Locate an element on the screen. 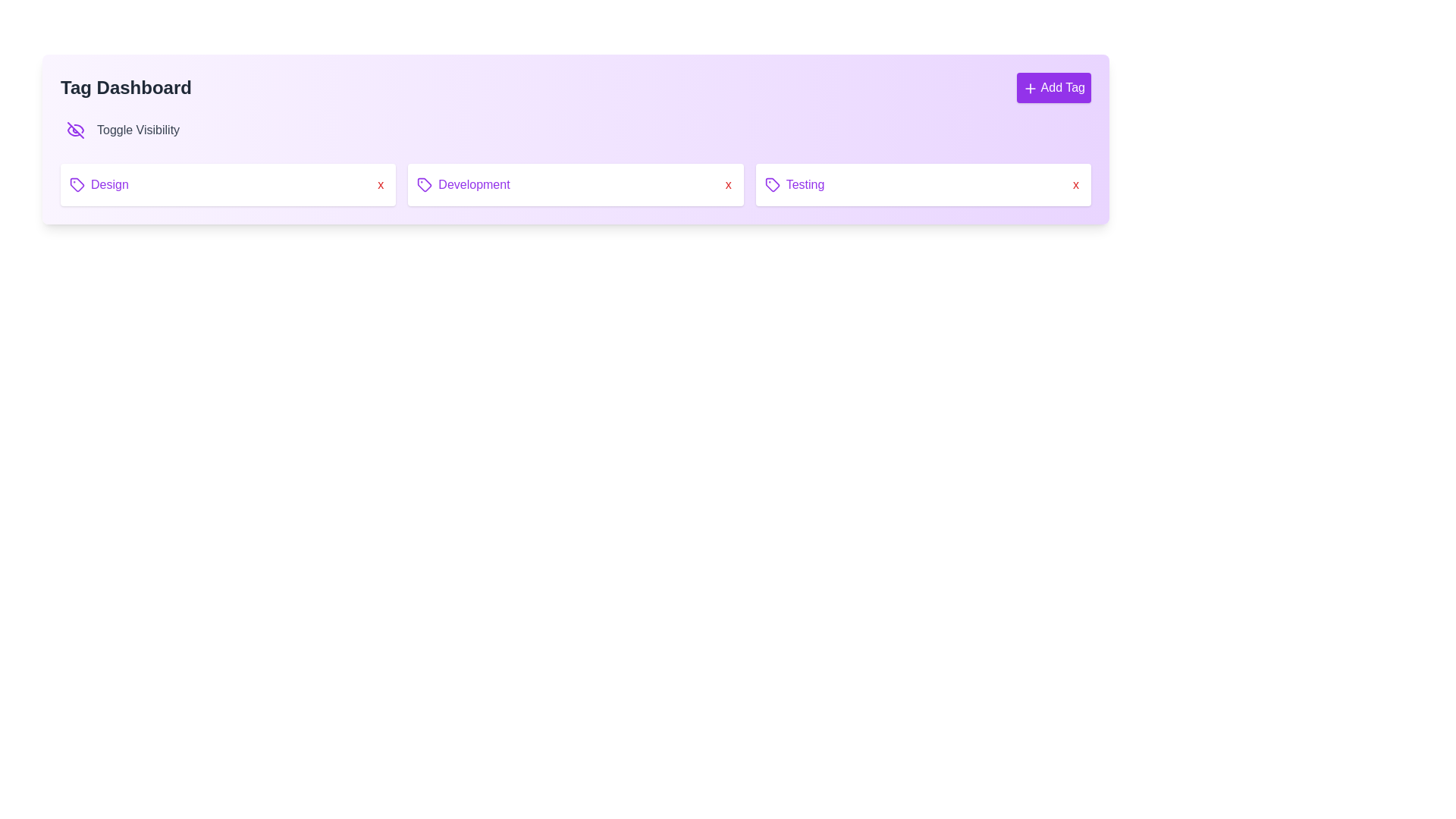 This screenshot has height=819, width=1456. the 'Toggle Visibility' text label, which is styled with a gray color and positioned next to an eye icon within the 'Tag Dashboard' section is located at coordinates (138, 130).